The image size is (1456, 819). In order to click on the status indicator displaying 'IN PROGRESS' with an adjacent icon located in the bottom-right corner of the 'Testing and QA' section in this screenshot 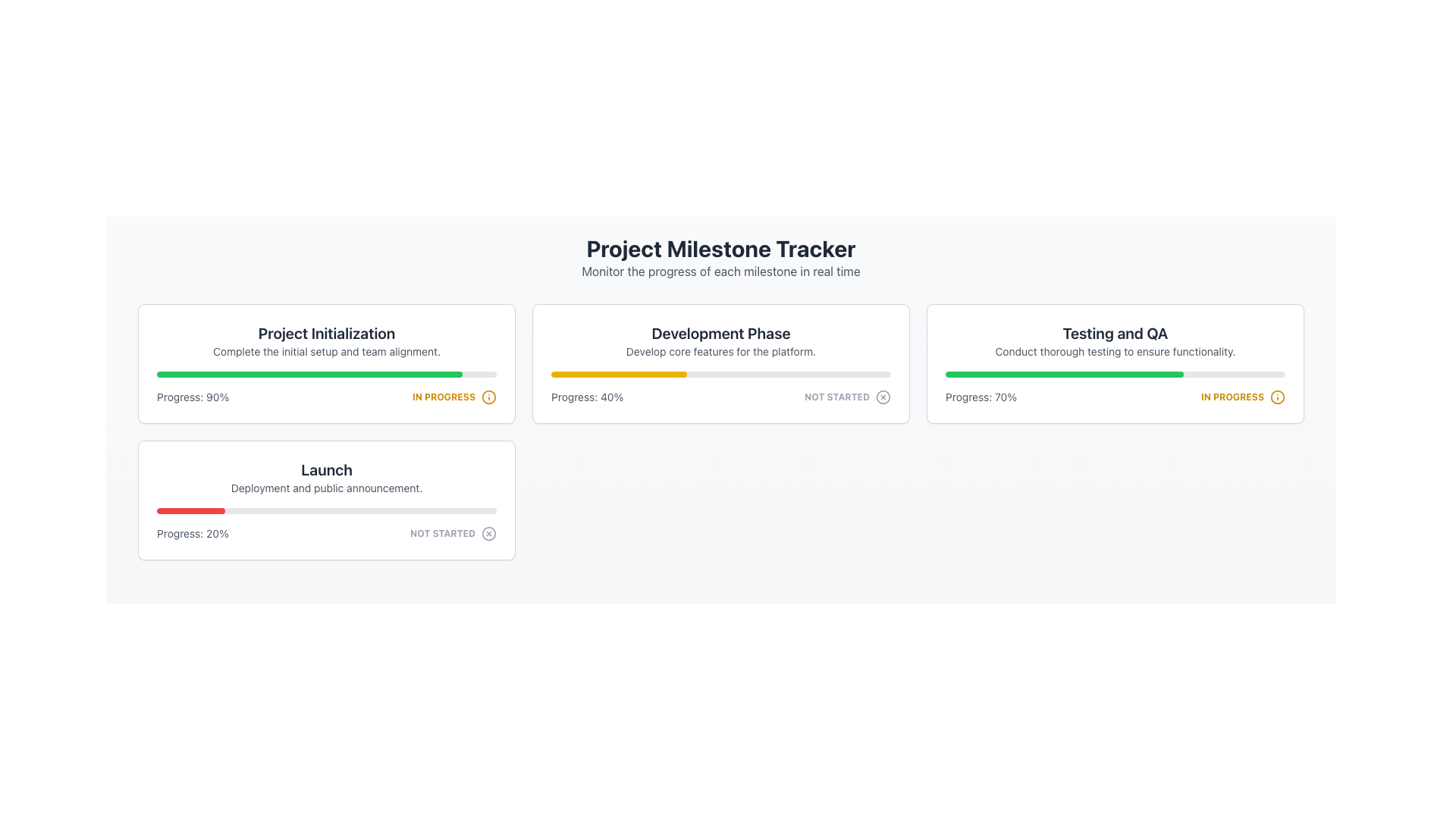, I will do `click(1243, 397)`.